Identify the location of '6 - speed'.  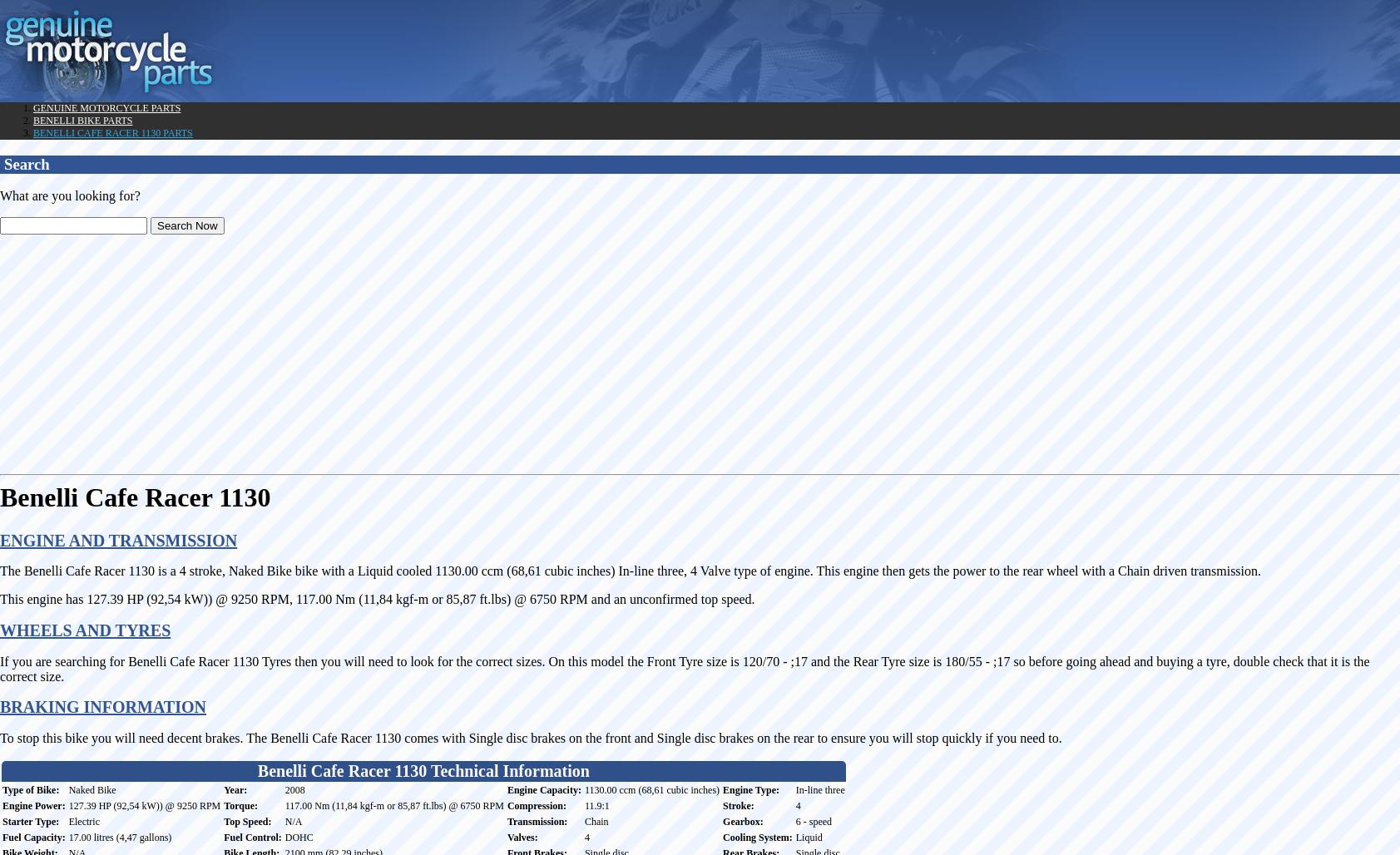
(813, 819).